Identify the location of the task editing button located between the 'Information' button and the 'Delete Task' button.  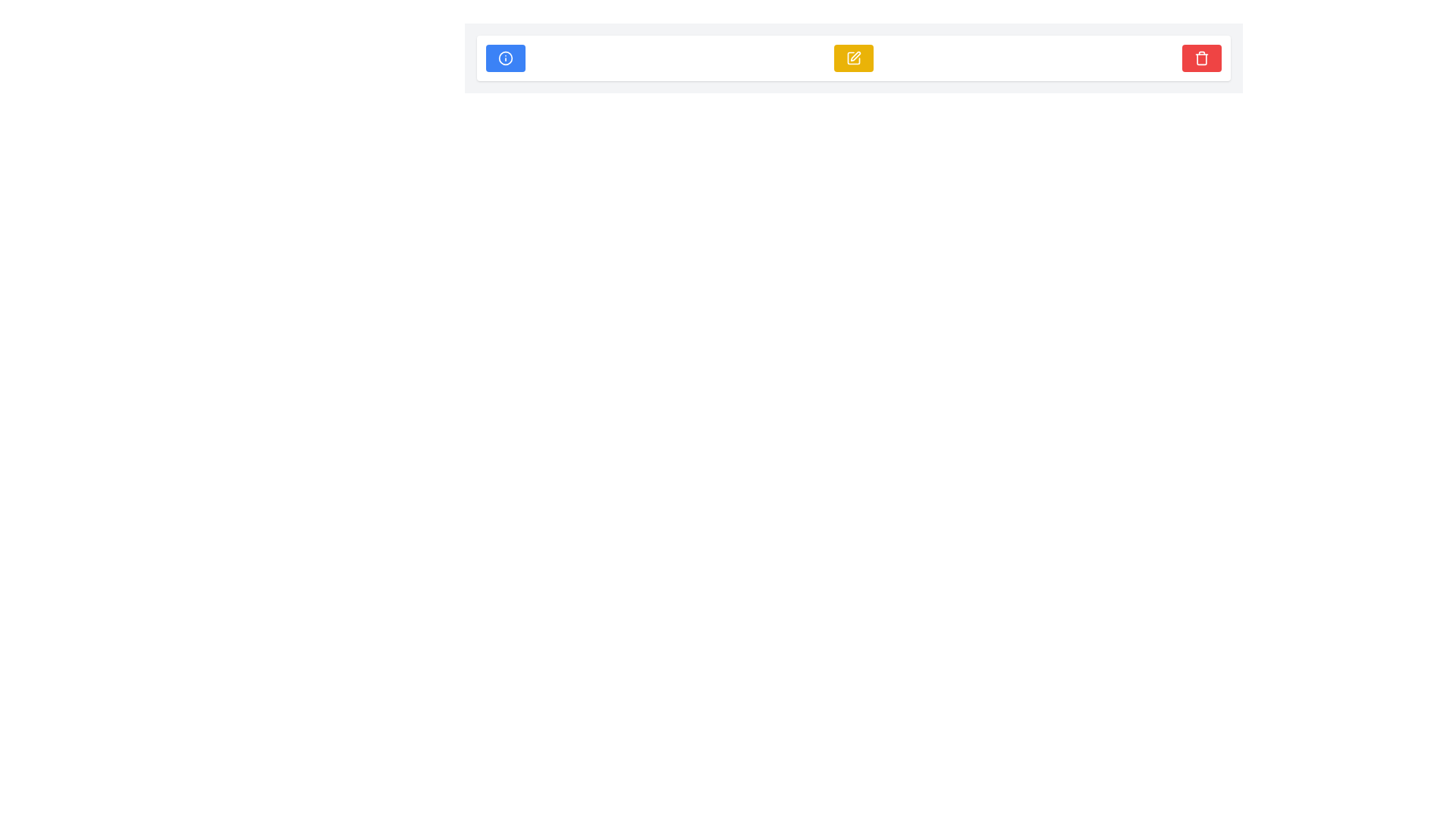
(854, 58).